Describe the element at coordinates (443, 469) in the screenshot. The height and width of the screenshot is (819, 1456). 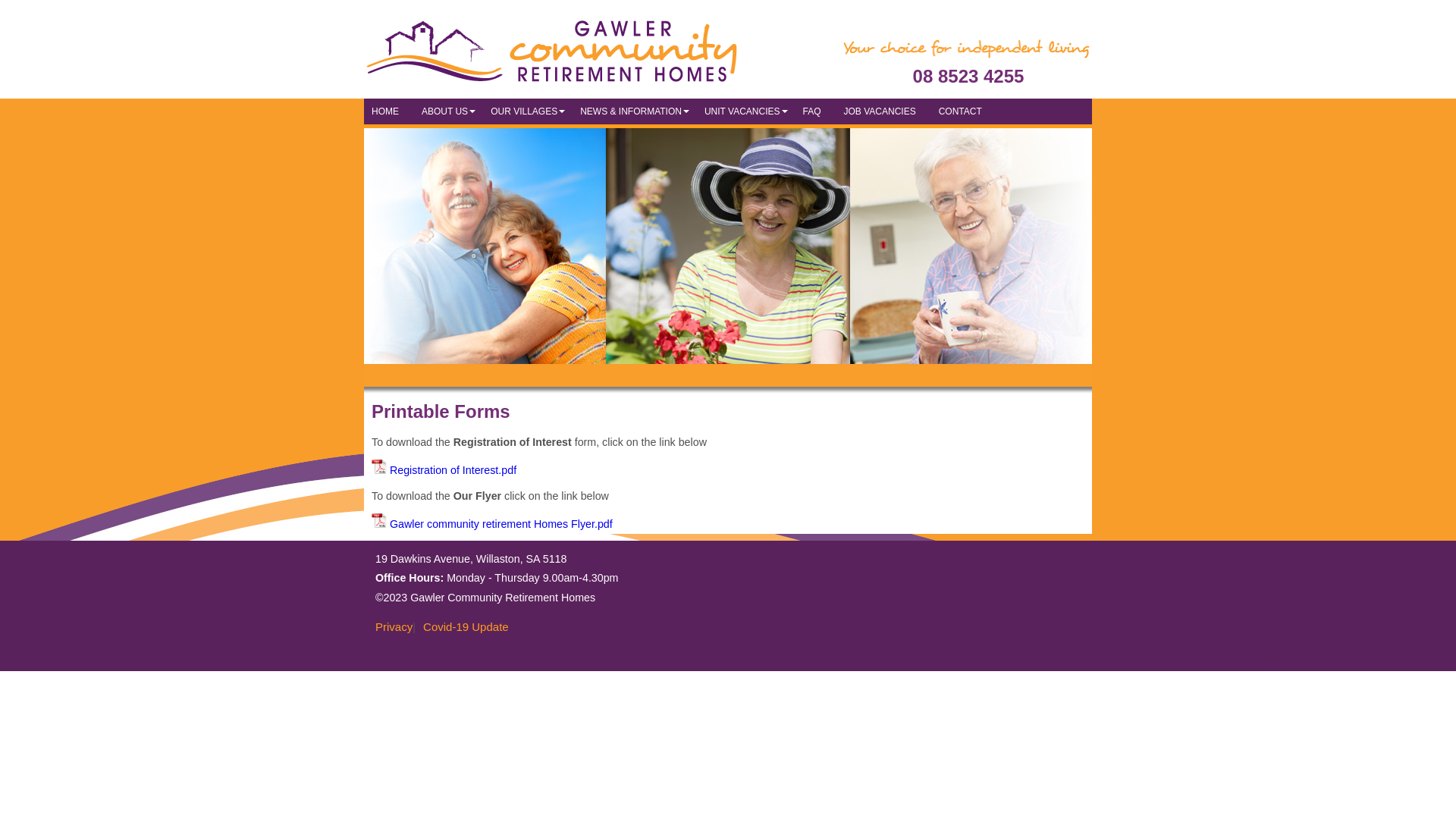
I see `'Registration of Interest.pdf'` at that location.